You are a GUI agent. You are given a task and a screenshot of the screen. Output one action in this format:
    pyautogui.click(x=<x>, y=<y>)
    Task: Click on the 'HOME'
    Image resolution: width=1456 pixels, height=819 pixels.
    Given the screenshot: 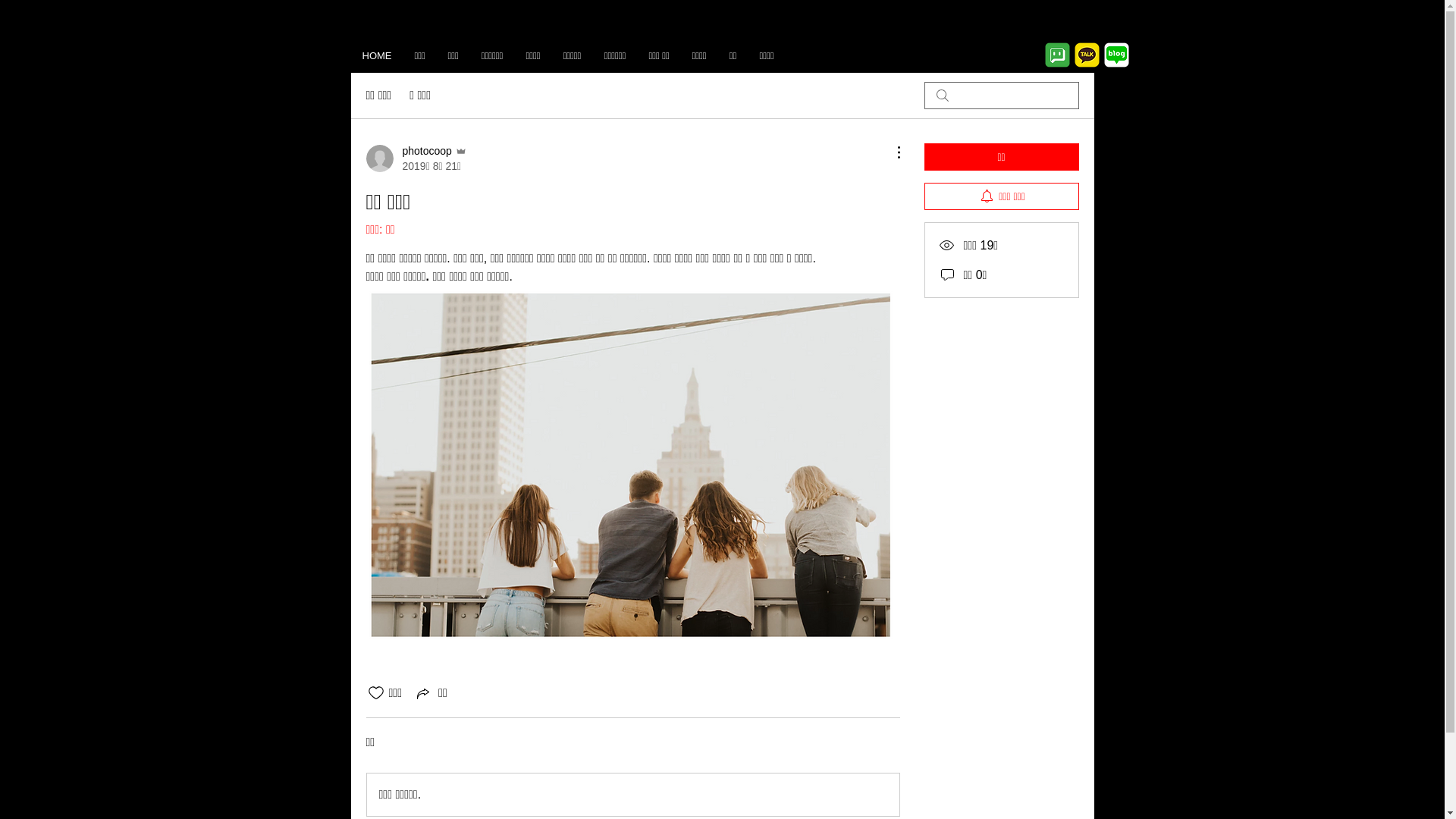 What is the action you would take?
    pyautogui.click(x=376, y=55)
    